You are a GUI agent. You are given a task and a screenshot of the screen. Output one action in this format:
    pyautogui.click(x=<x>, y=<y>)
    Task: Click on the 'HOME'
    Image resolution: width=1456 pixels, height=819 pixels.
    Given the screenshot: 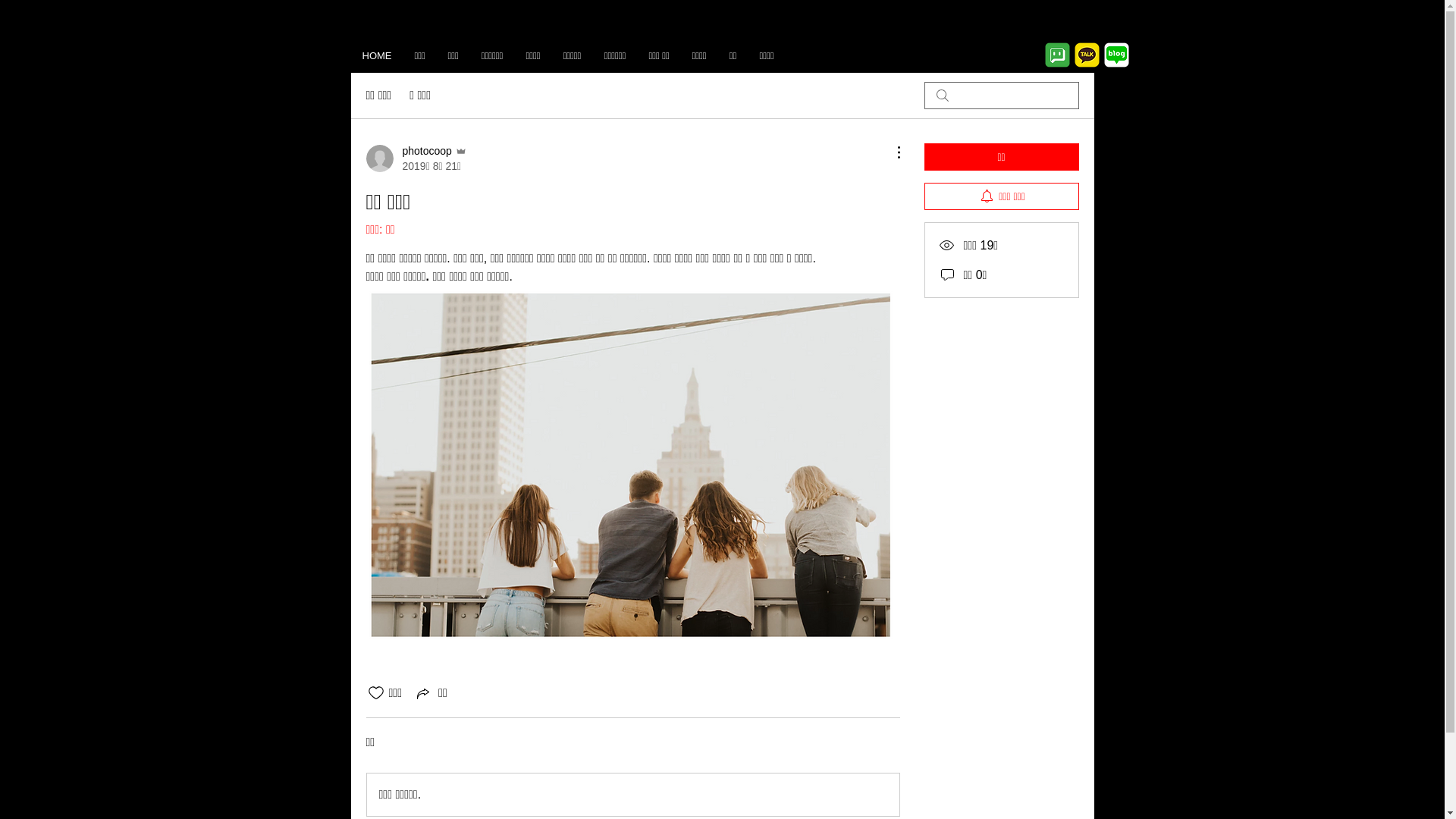 What is the action you would take?
    pyautogui.click(x=376, y=55)
    